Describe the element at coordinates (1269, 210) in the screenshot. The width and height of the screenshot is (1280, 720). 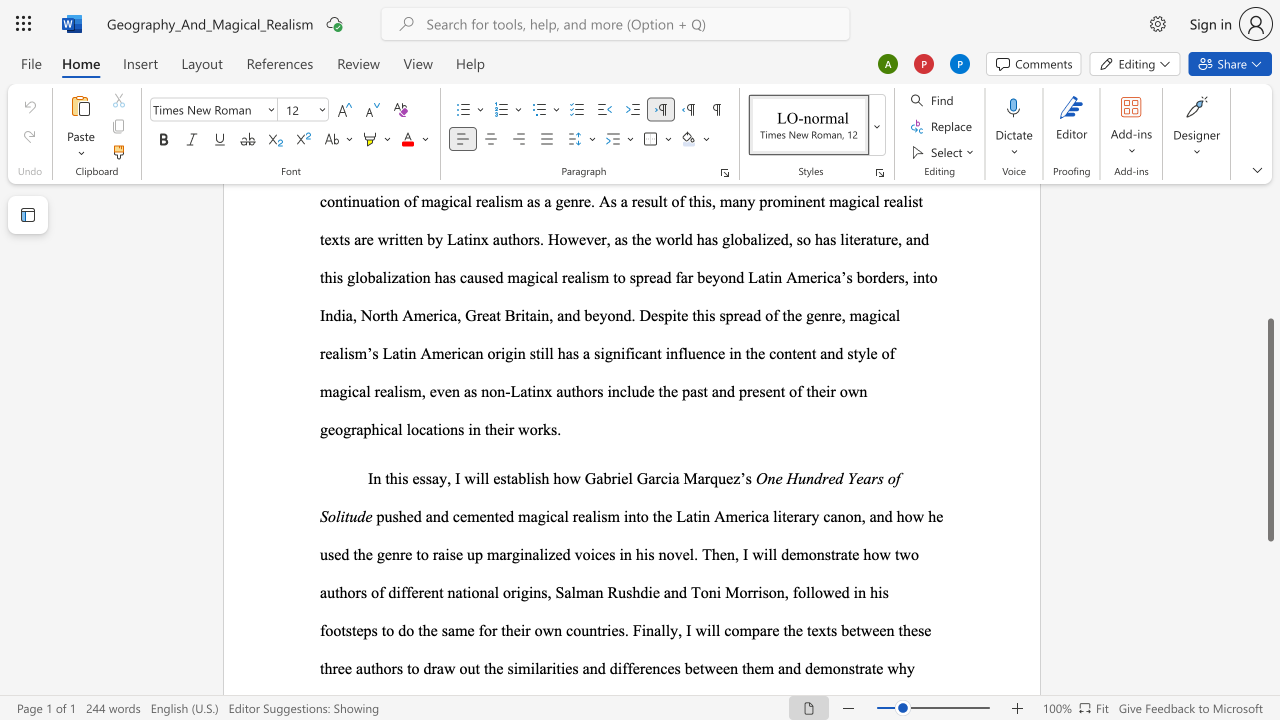
I see `the scrollbar to adjust the page upward` at that location.